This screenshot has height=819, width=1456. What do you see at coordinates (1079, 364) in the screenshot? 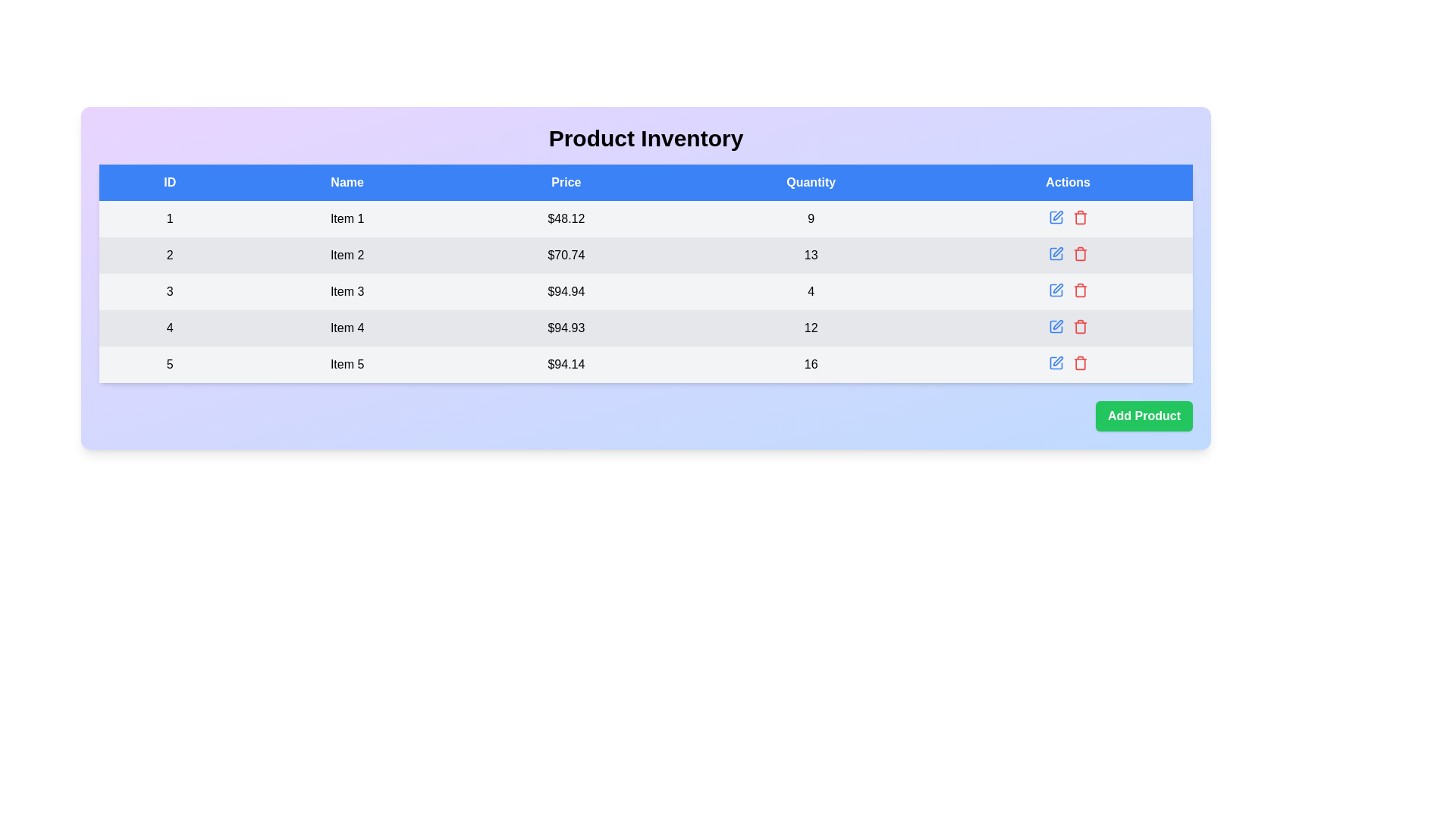
I see `the delete icon in the last row of the 'Actions' column in the 'Product Inventory' table` at bounding box center [1079, 364].